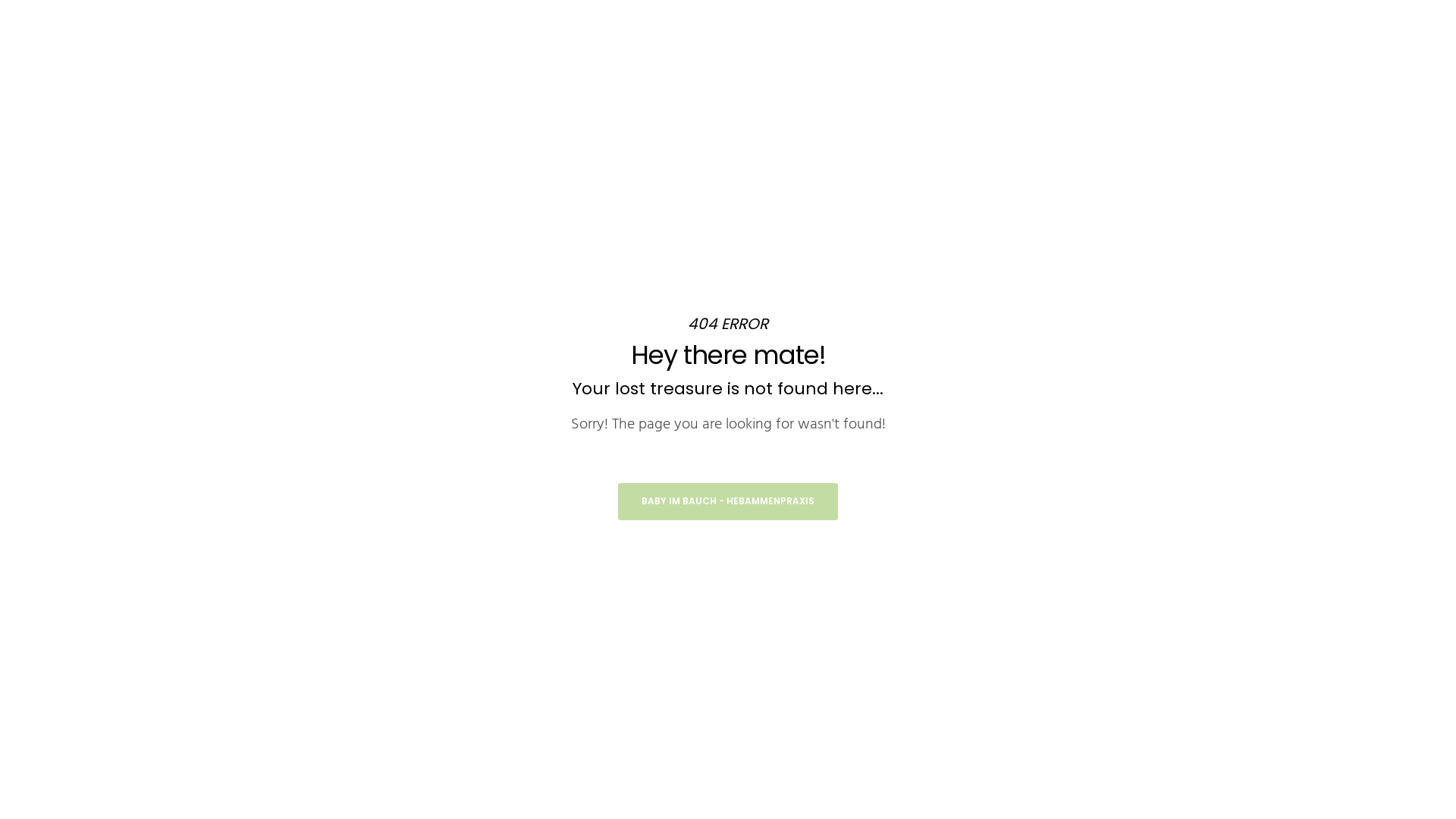  What do you see at coordinates (728, 501) in the screenshot?
I see `'BABY IM BAUCH - HEBAMMENPRAXIS'` at bounding box center [728, 501].